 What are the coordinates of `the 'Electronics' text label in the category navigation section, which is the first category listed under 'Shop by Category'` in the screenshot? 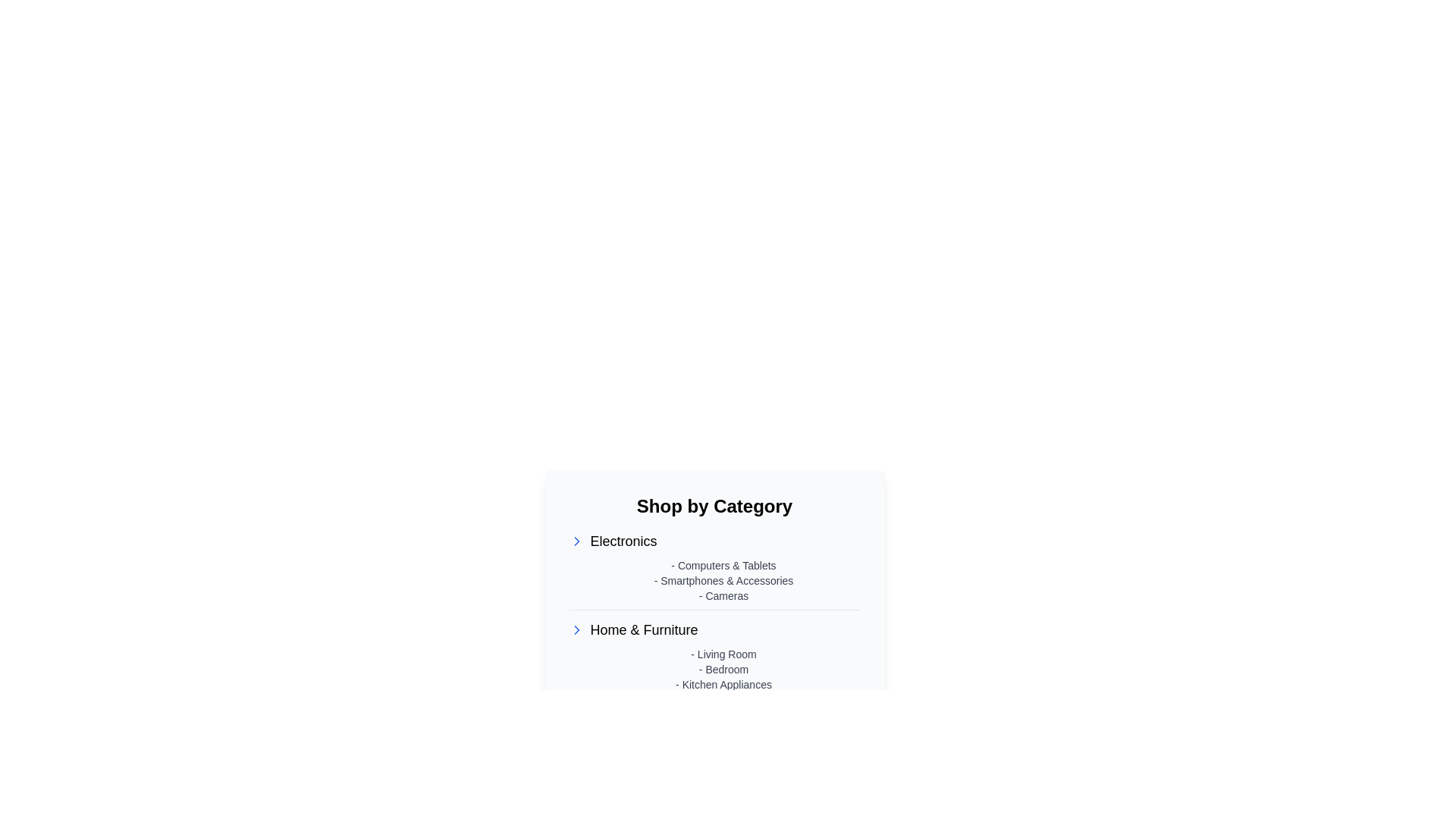 It's located at (623, 540).